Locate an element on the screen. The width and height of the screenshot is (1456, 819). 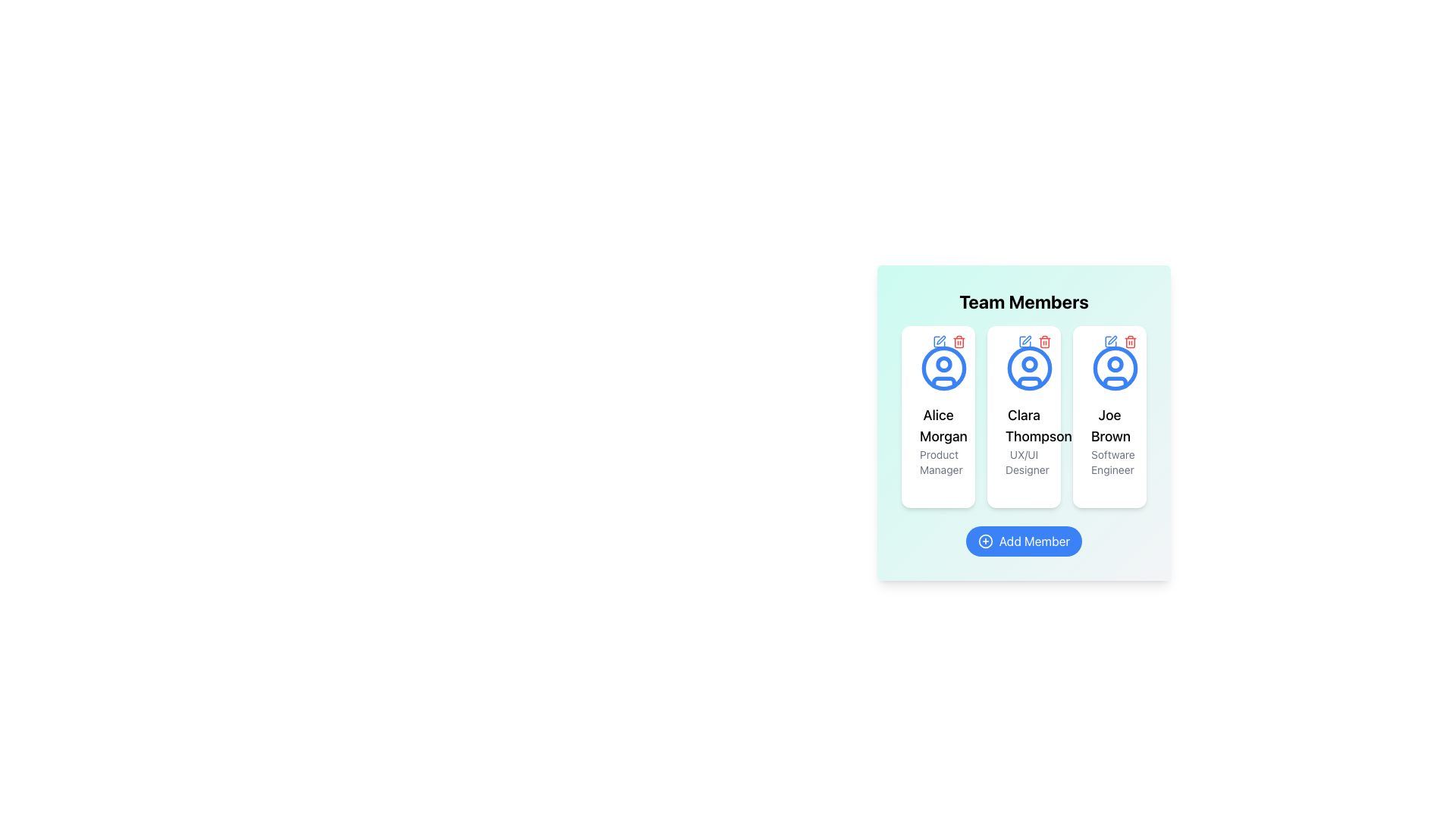
the blue user profile icon representing 'Alice Morgan' is located at coordinates (943, 369).